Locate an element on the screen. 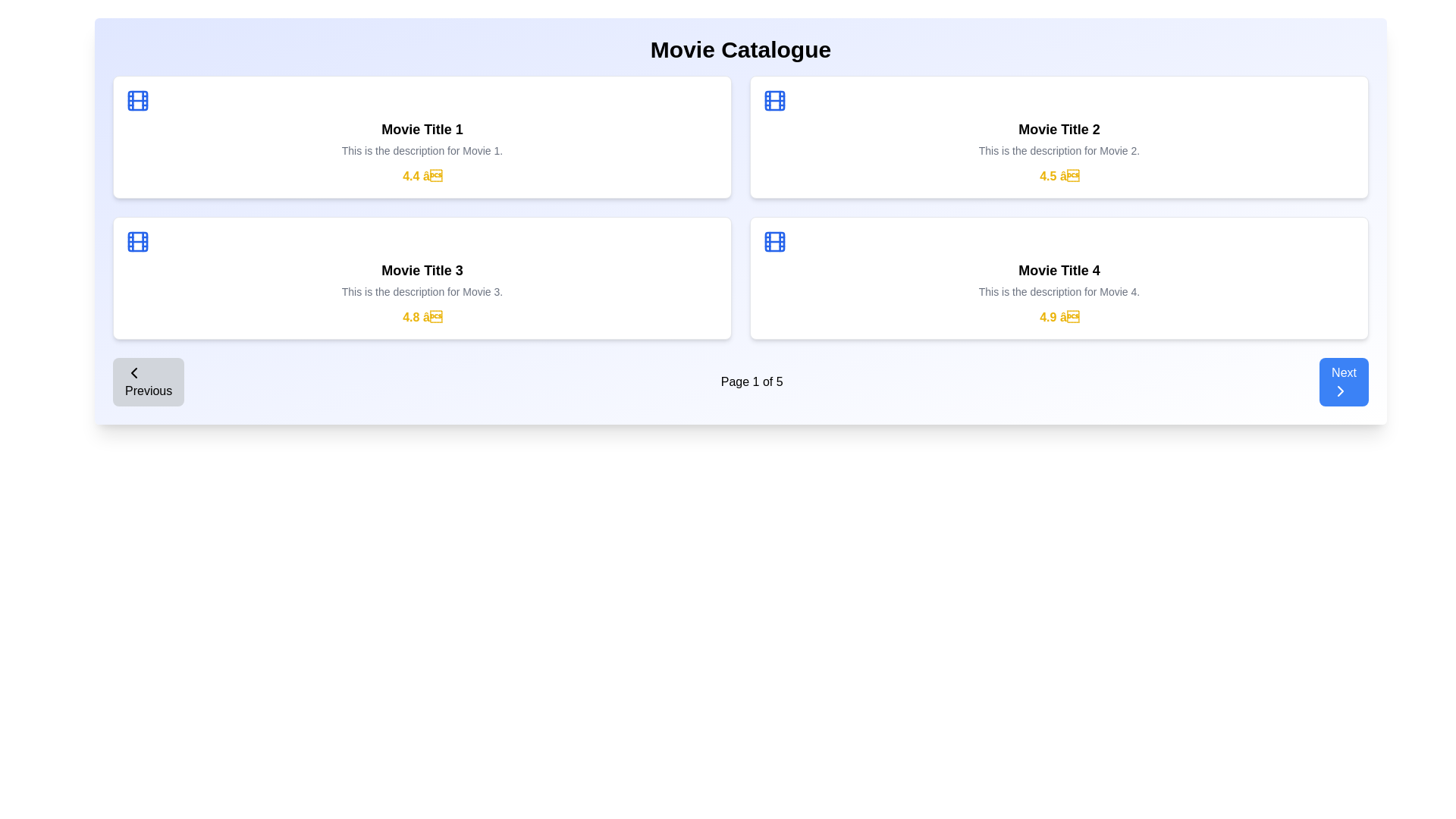  the static textual label that serves as the title of the movie, located in the second card of the top row, centrally positioned under a blue film reel icon and above the description text is located at coordinates (1058, 128).